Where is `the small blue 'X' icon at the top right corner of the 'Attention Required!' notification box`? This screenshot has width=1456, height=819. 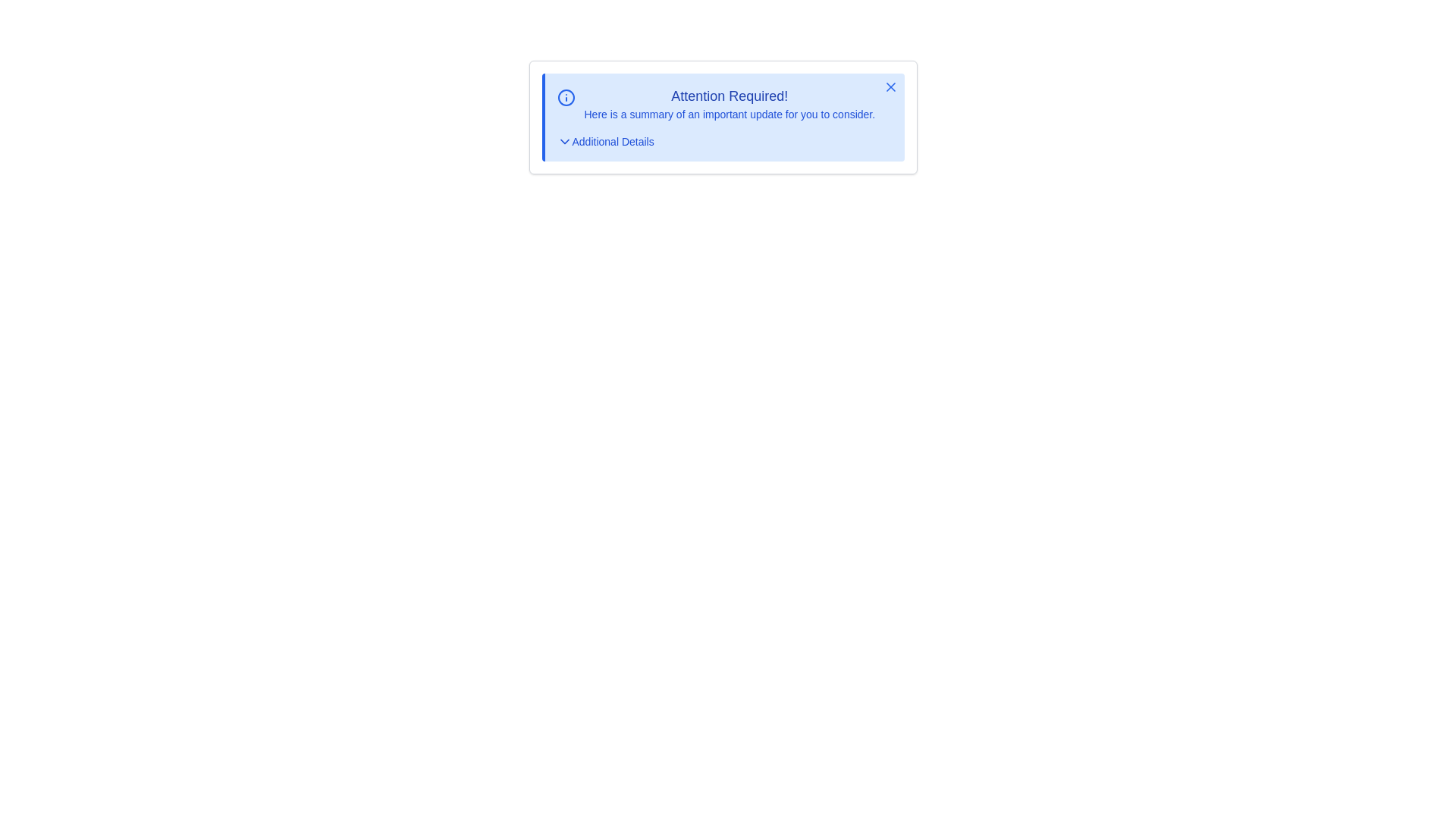 the small blue 'X' icon at the top right corner of the 'Attention Required!' notification box is located at coordinates (890, 87).